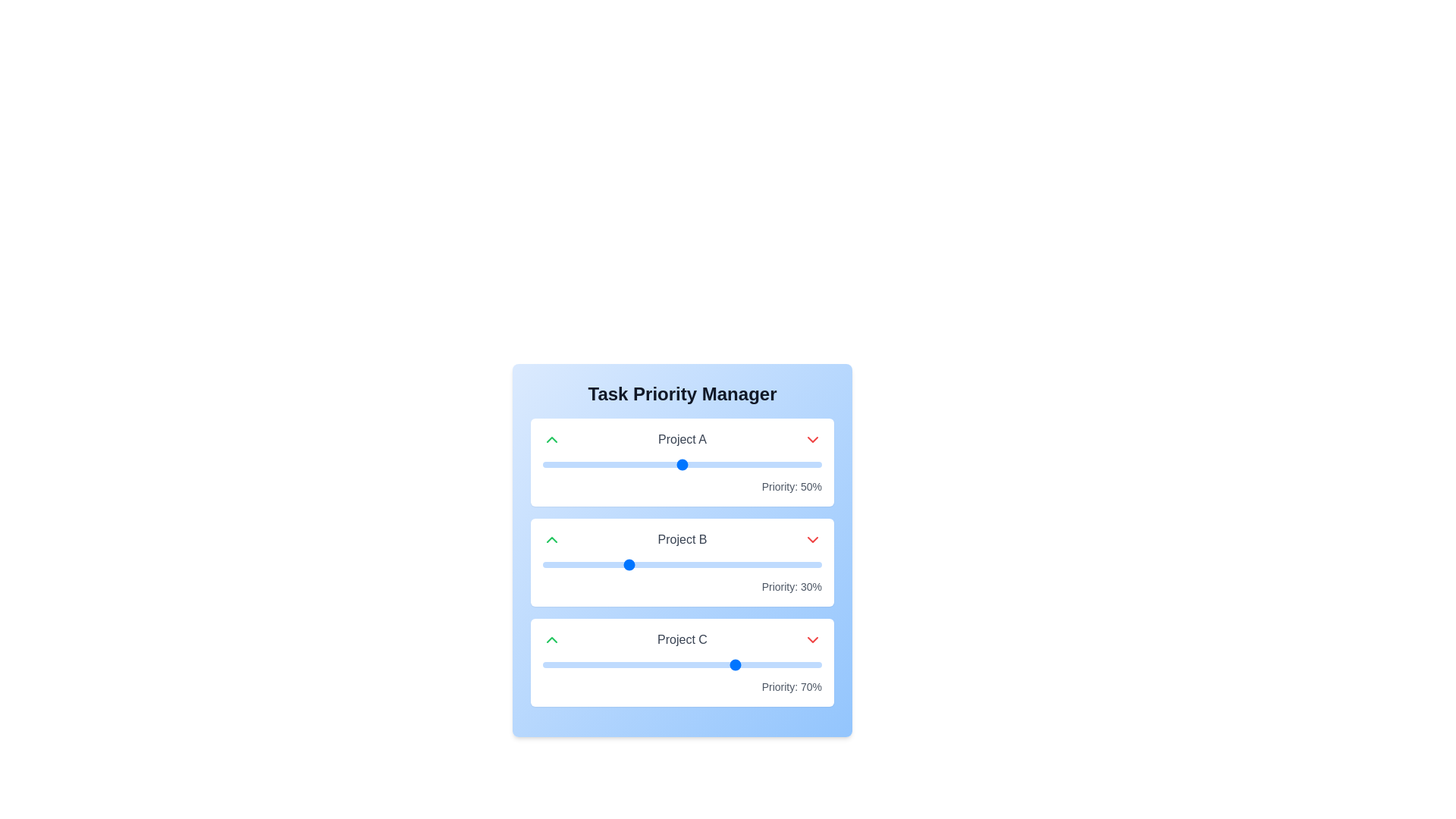 The height and width of the screenshot is (819, 1456). What do you see at coordinates (559, 464) in the screenshot?
I see `the priority slider for a specific task to 6%` at bounding box center [559, 464].